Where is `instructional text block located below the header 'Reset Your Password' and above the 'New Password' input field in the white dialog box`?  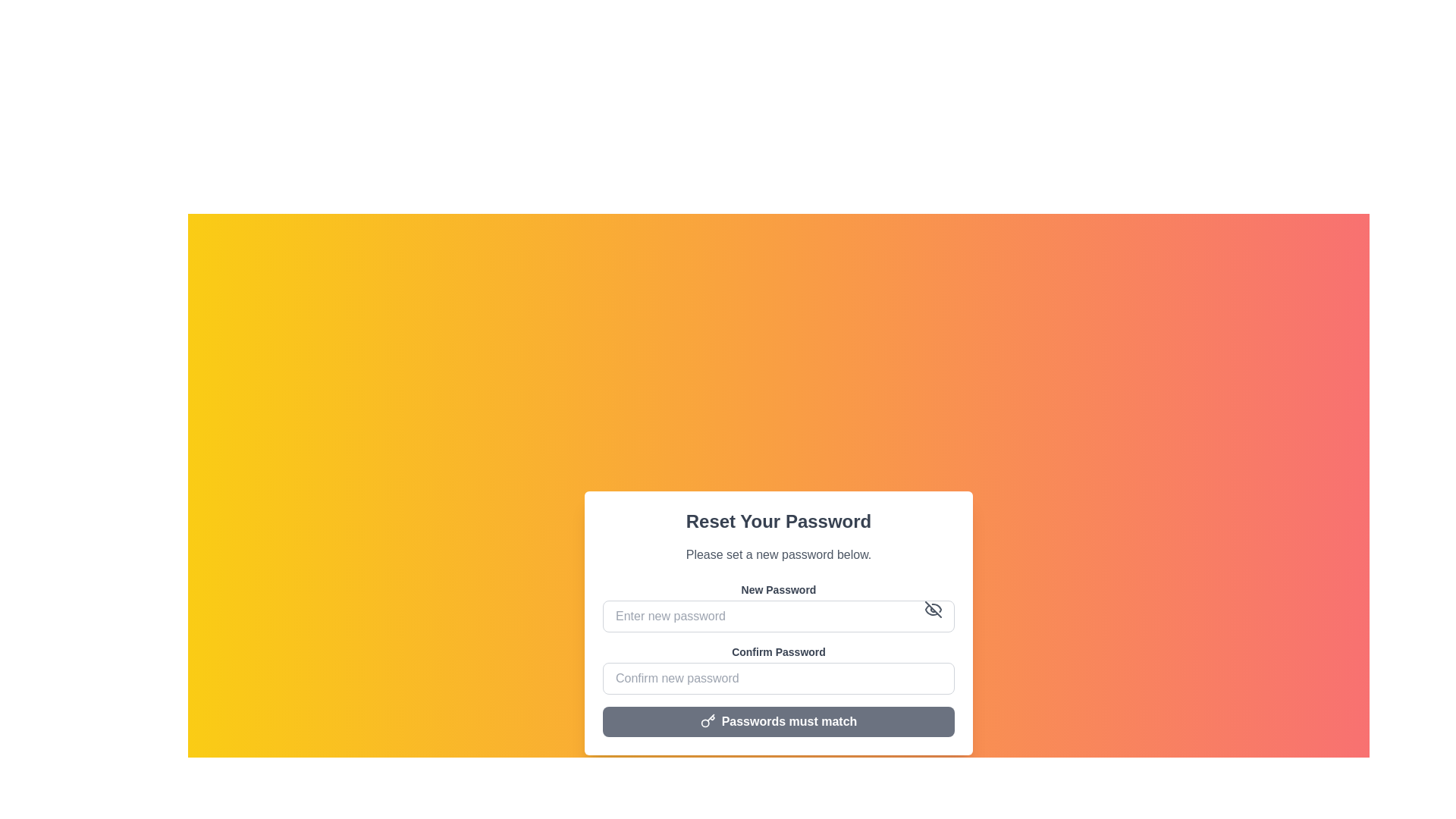
instructional text block located below the header 'Reset Your Password' and above the 'New Password' input field in the white dialog box is located at coordinates (779, 555).